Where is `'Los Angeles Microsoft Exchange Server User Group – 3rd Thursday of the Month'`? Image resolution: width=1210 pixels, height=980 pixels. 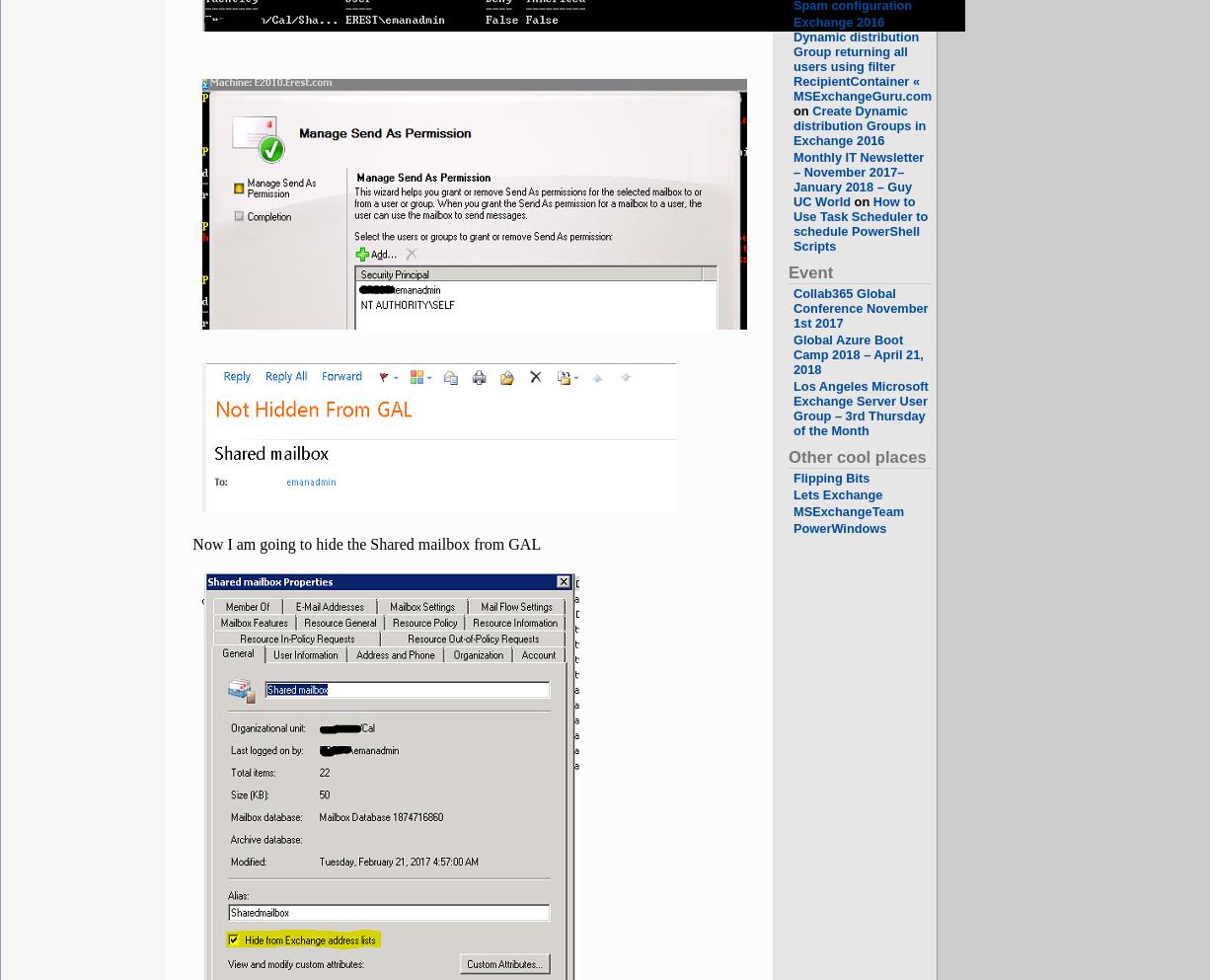 'Los Angeles Microsoft Exchange Server User Group – 3rd Thursday of the Month' is located at coordinates (861, 407).